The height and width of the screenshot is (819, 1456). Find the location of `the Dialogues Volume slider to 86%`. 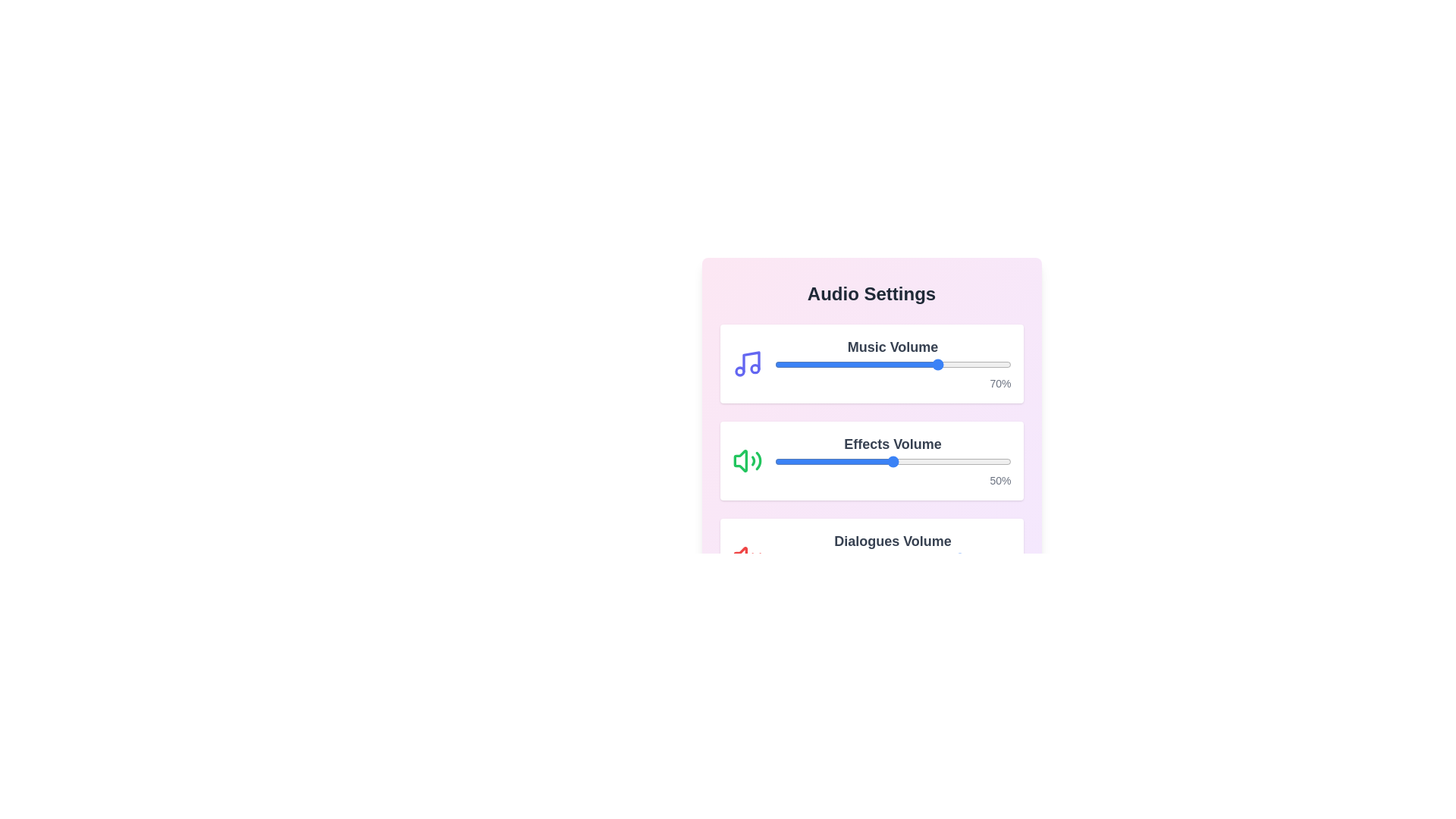

the Dialogues Volume slider to 86% is located at coordinates (977, 558).